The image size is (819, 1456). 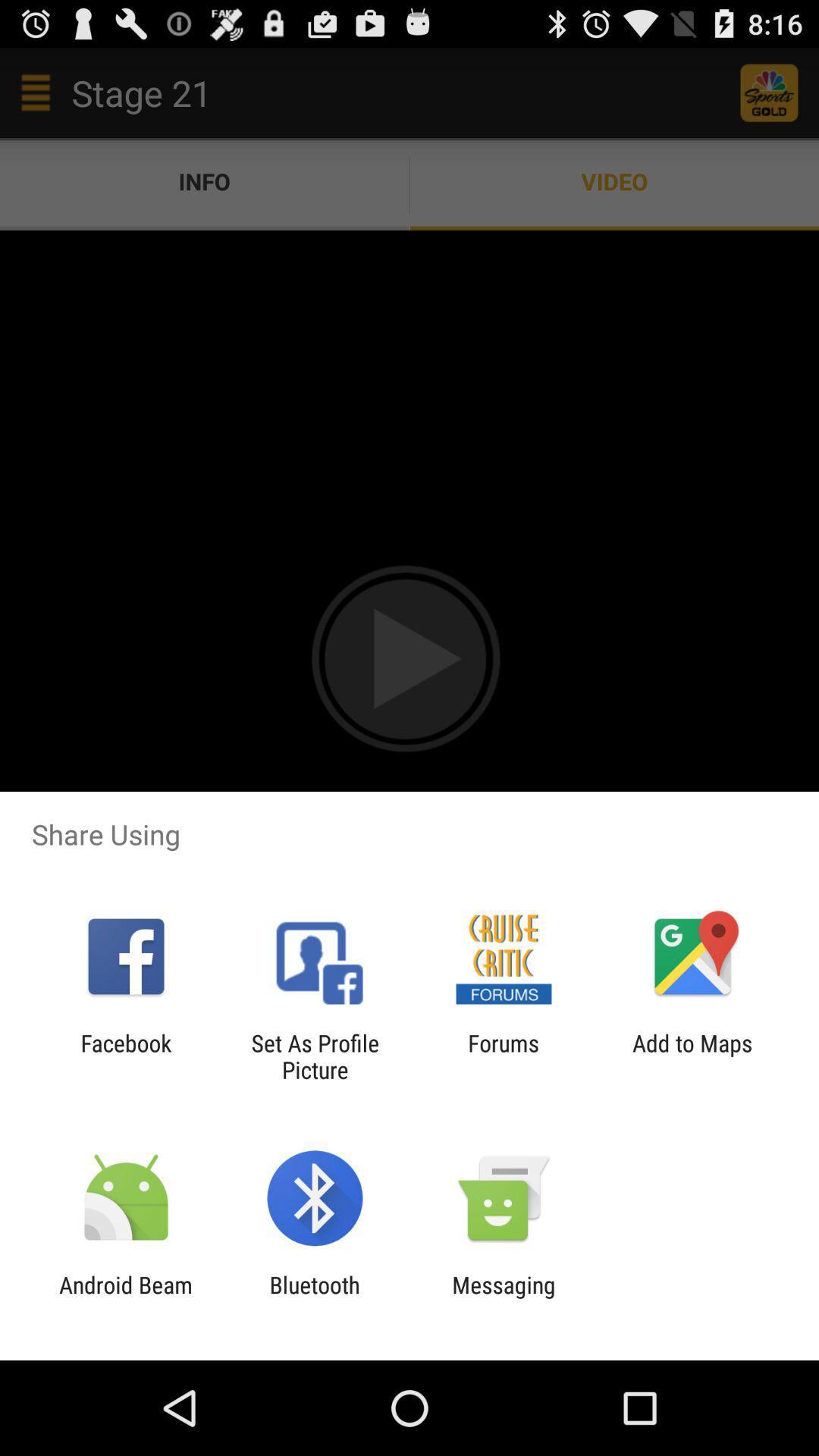 What do you see at coordinates (504, 1298) in the screenshot?
I see `messaging` at bounding box center [504, 1298].